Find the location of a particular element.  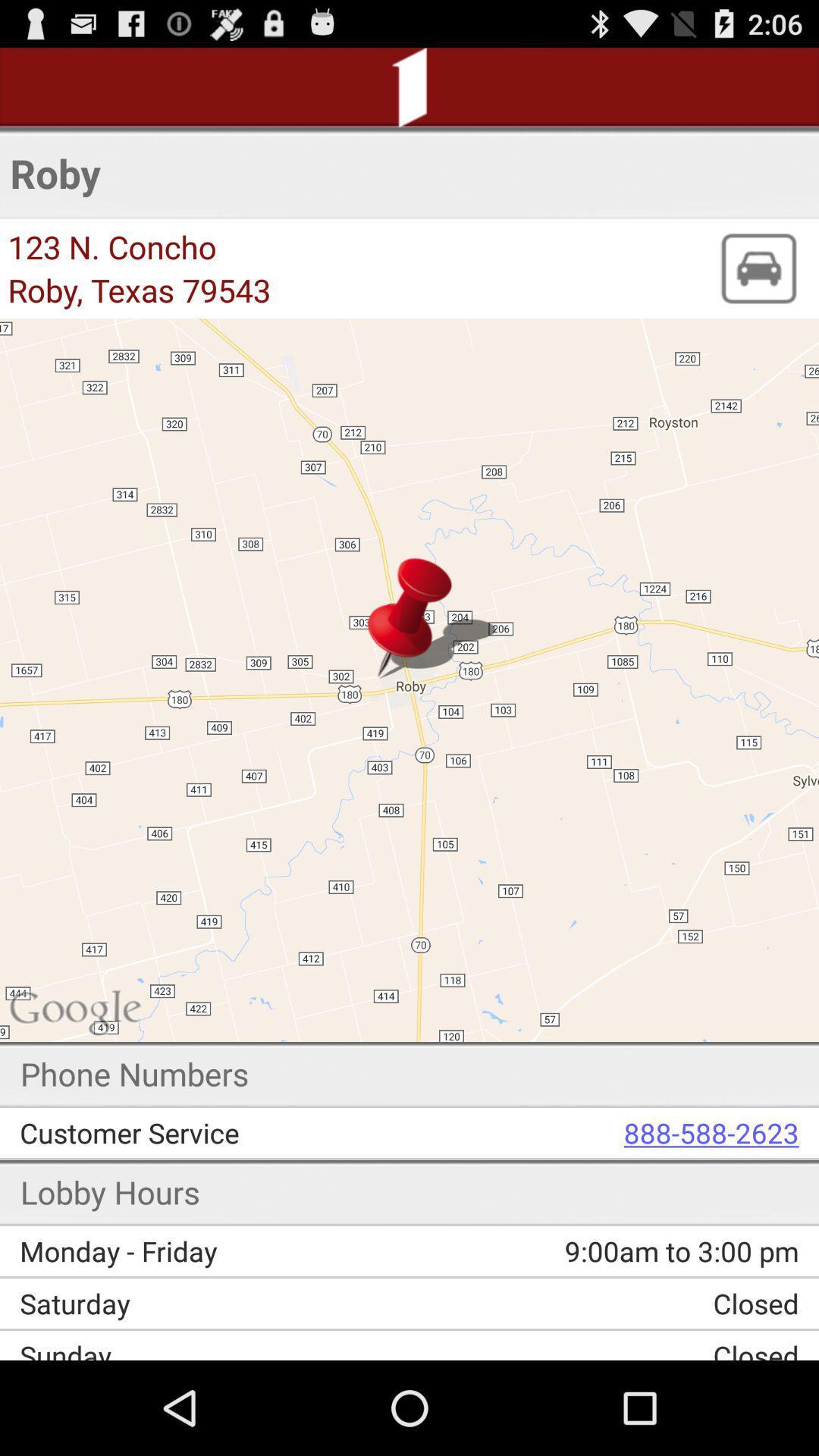

the saturday app is located at coordinates (220, 1302).